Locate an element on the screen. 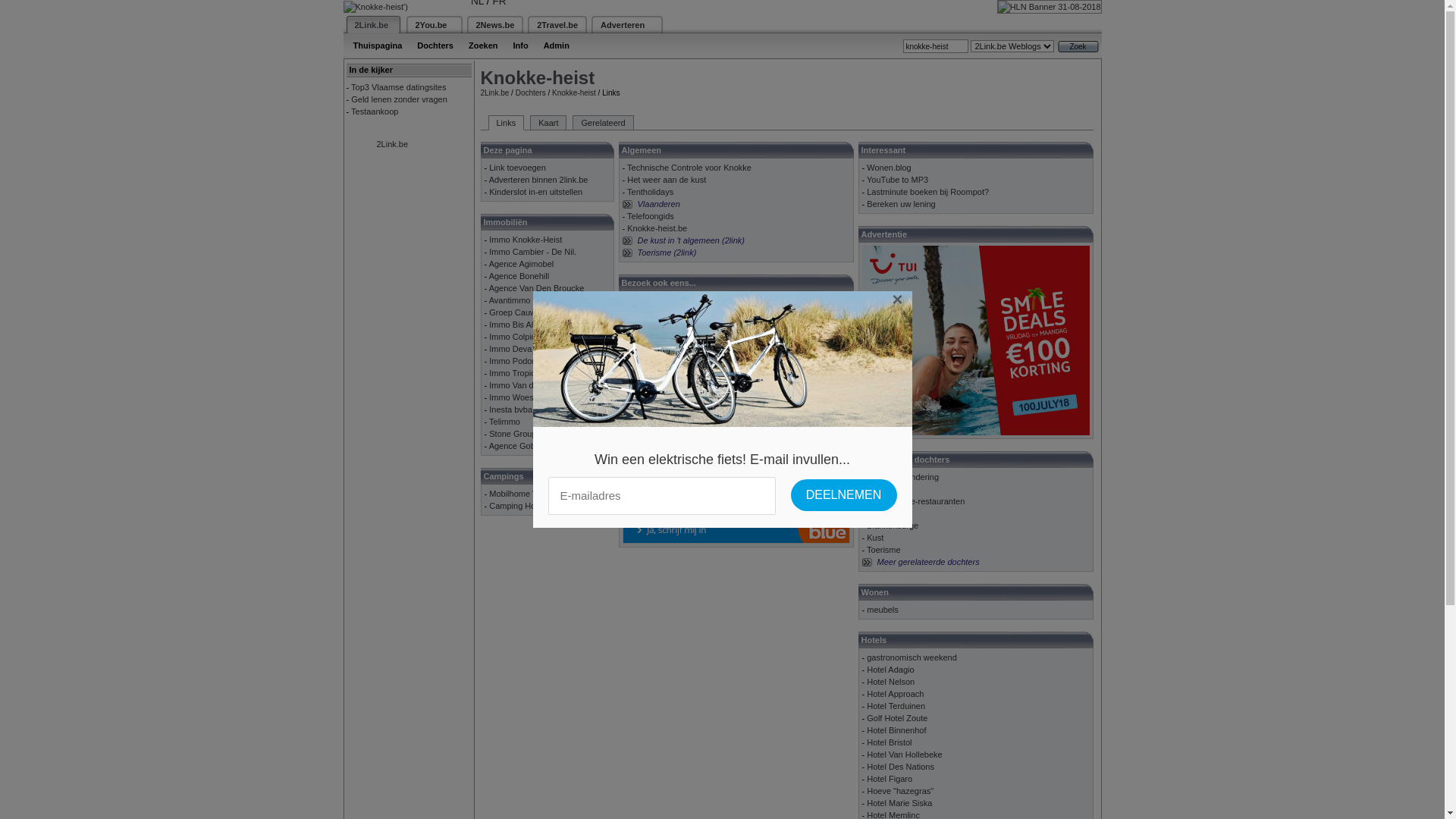  'Geld lenen zonder vragen' is located at coordinates (399, 99).